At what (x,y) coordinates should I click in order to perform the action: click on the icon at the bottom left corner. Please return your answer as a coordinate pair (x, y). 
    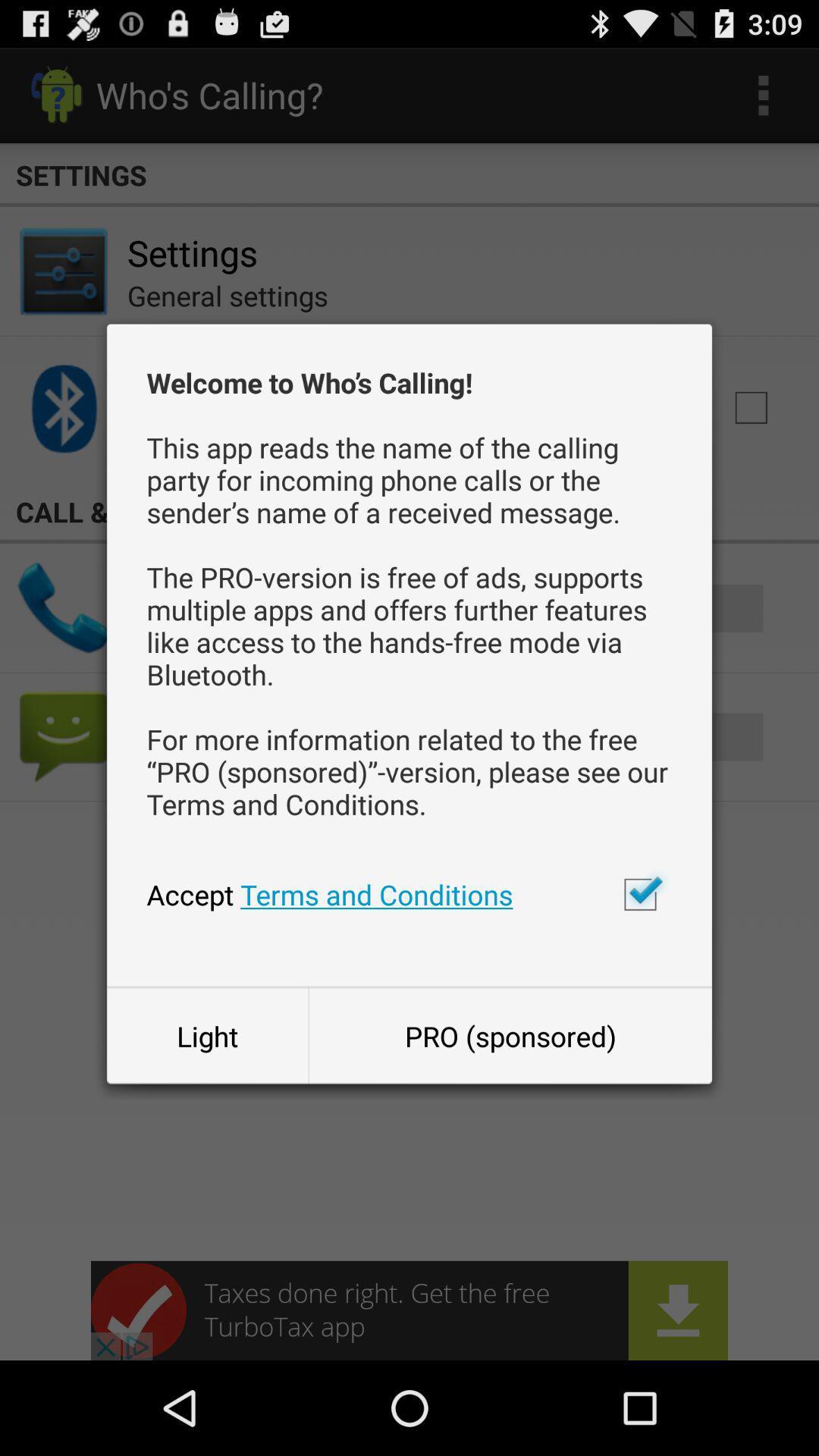
    Looking at the image, I should click on (207, 1035).